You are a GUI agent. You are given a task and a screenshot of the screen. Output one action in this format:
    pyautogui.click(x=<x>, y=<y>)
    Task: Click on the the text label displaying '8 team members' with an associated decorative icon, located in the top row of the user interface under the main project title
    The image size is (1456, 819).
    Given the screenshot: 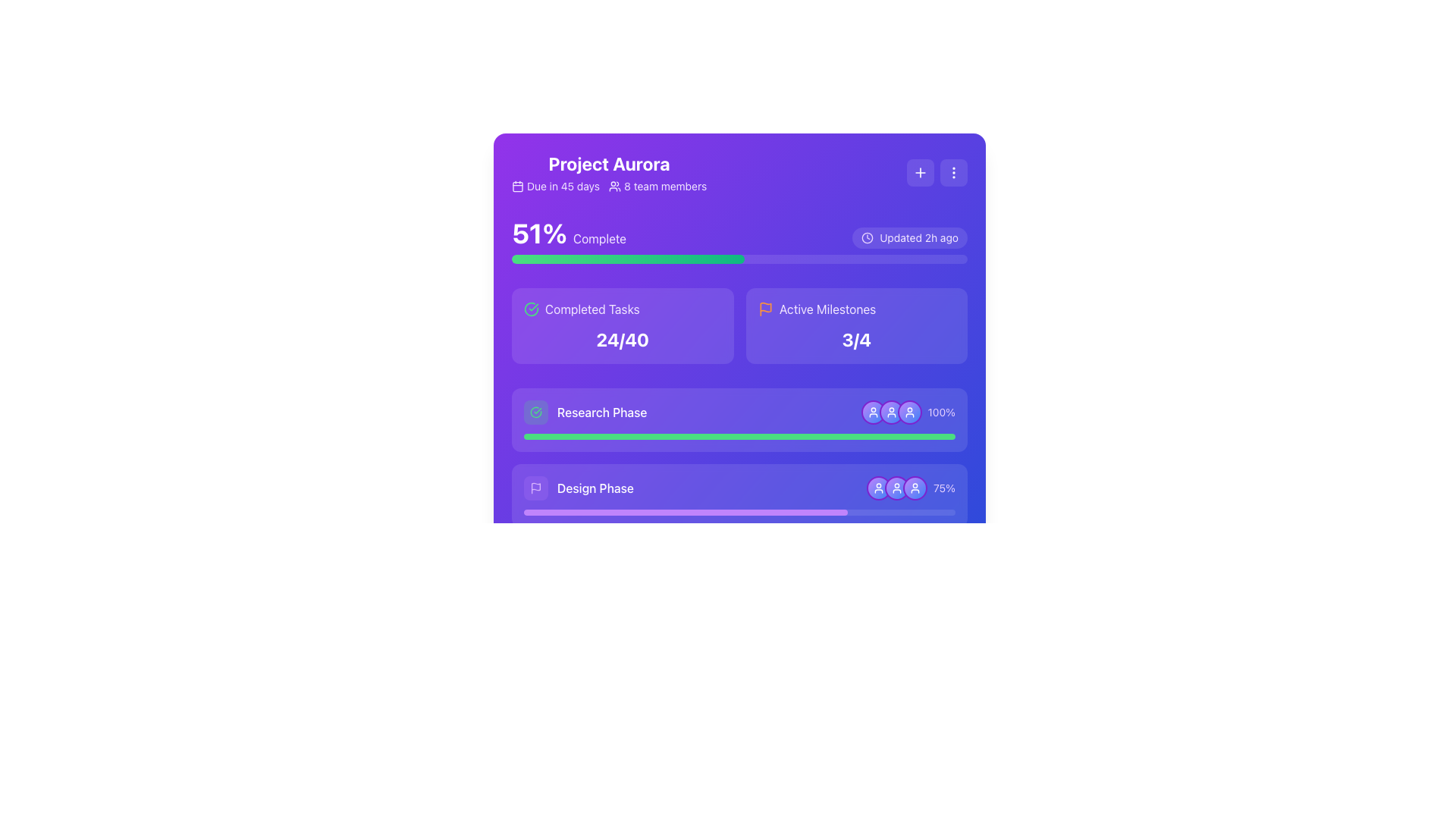 What is the action you would take?
    pyautogui.click(x=657, y=186)
    